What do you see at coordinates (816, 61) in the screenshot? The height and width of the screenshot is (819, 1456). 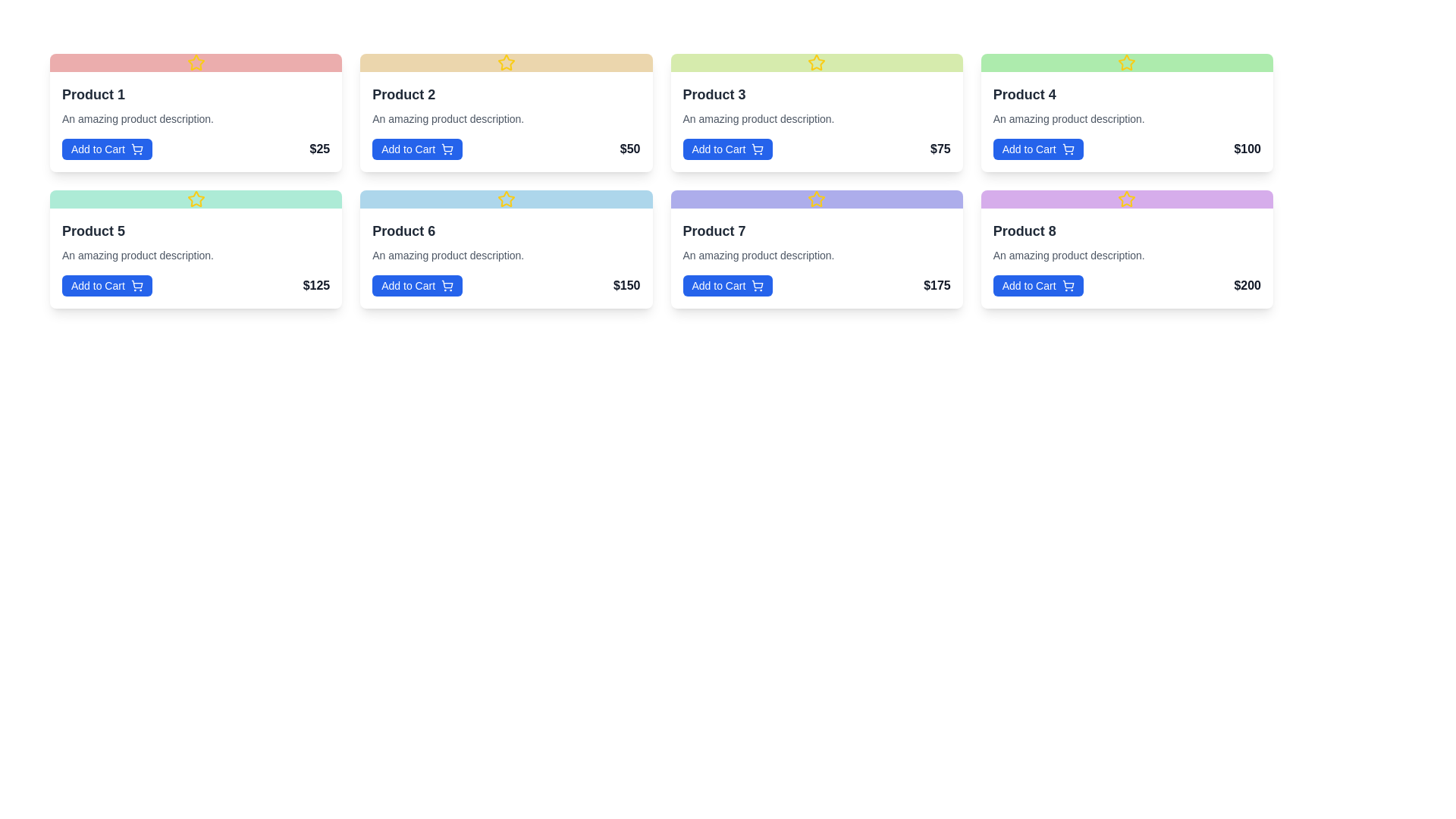 I see `the star icon indicating popularity for 'Product 3' located at the top-center of its card` at bounding box center [816, 61].